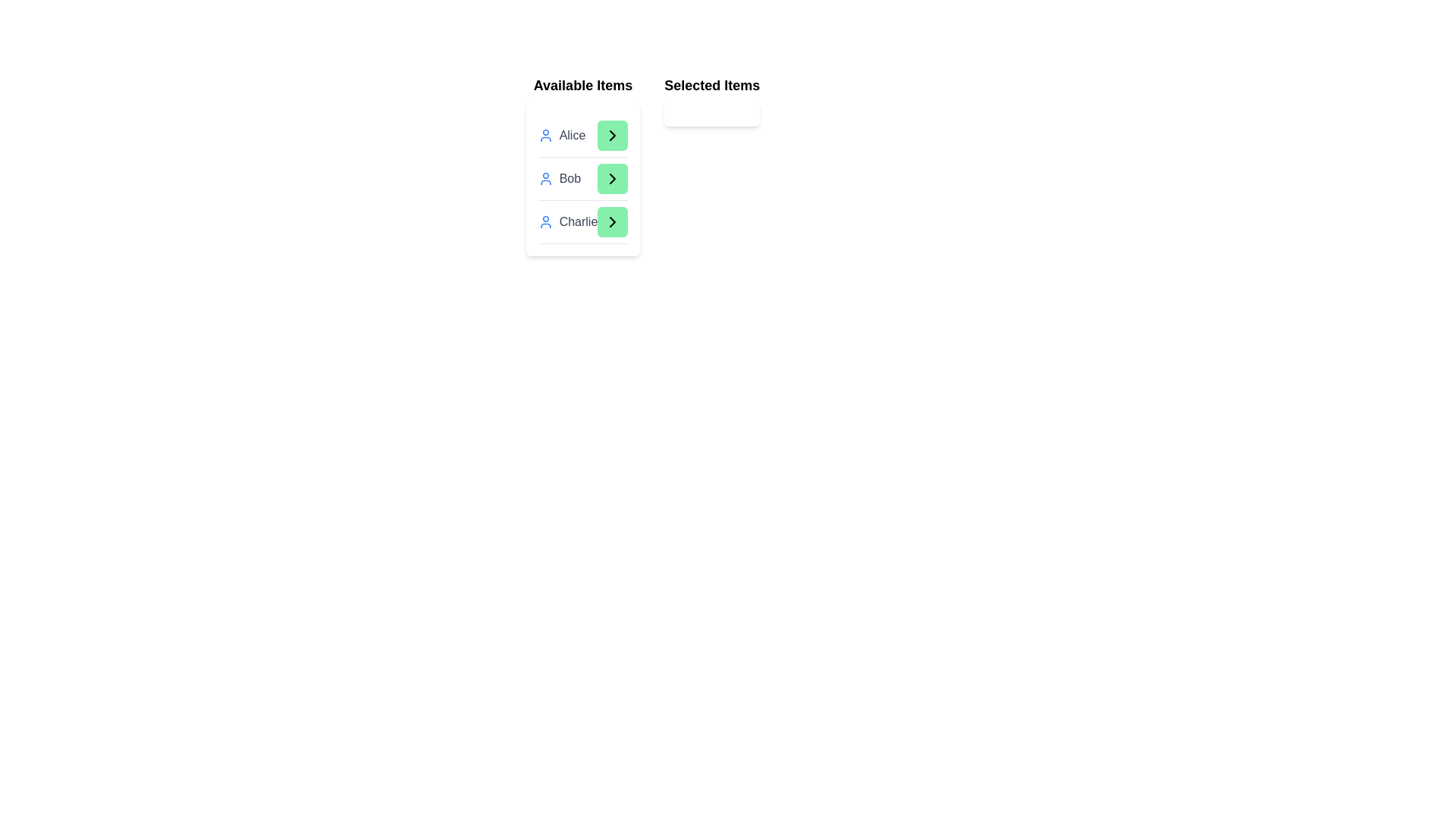 This screenshot has height=819, width=1456. What do you see at coordinates (612, 177) in the screenshot?
I see `the transfer icon next to Bob to move it to the other list` at bounding box center [612, 177].